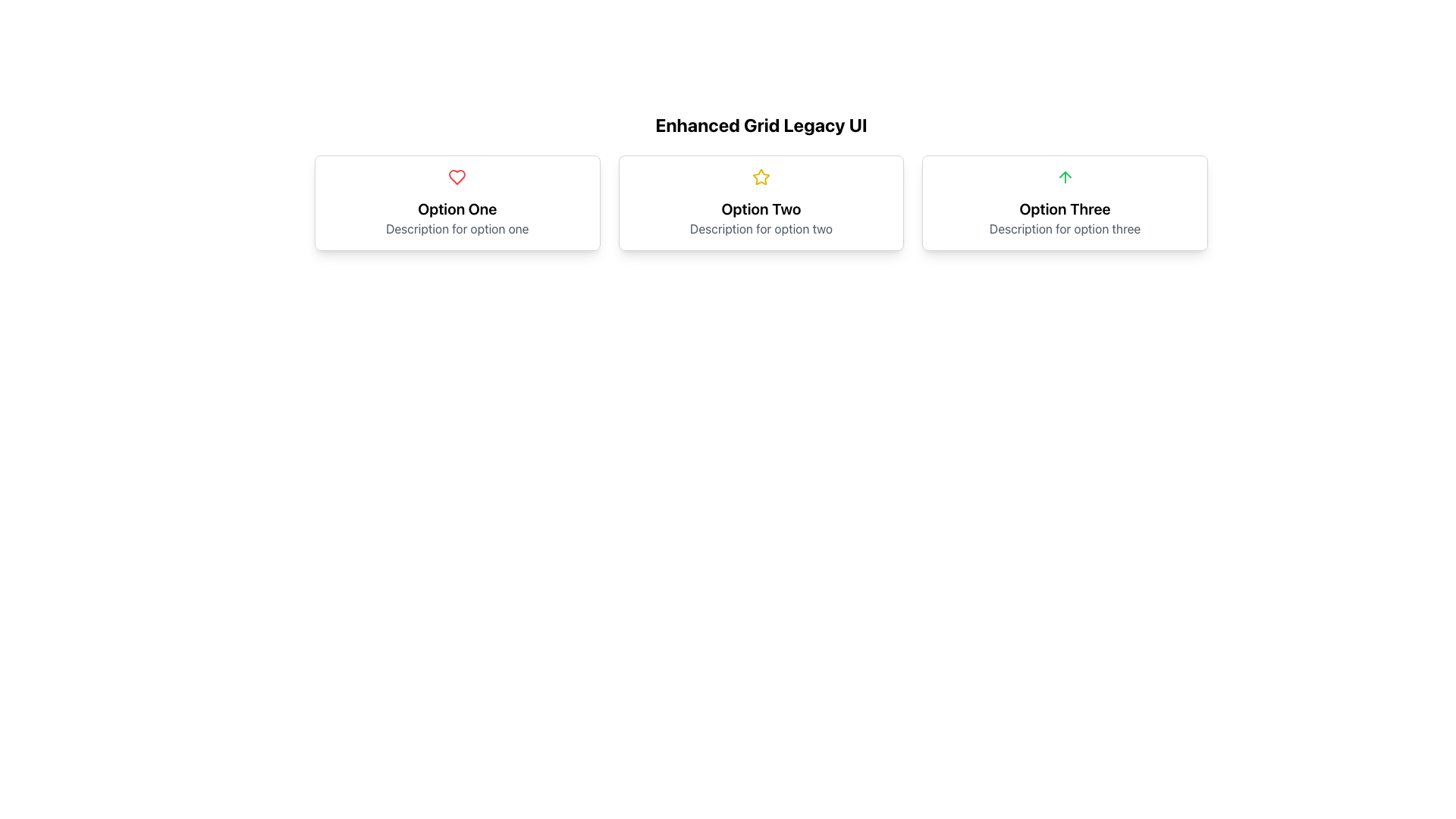 This screenshot has height=819, width=1456. I want to click on the small upward-pointing green arrow icon located above the text 'Option Three' in the right-most card of a three-card layout, so click(1064, 177).